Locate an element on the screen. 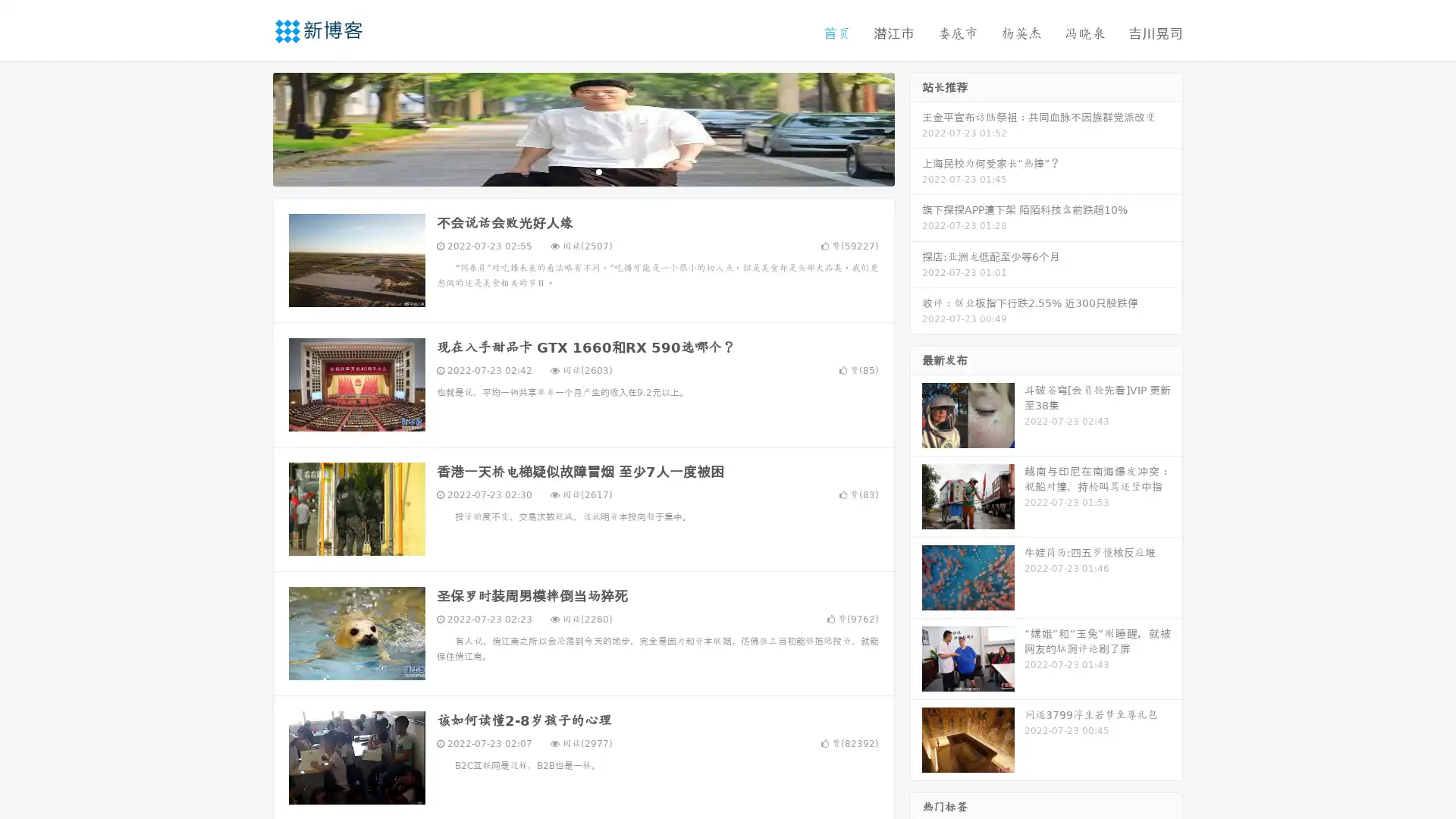 The height and width of the screenshot is (819, 1456). Go to slide 3 is located at coordinates (598, 171).